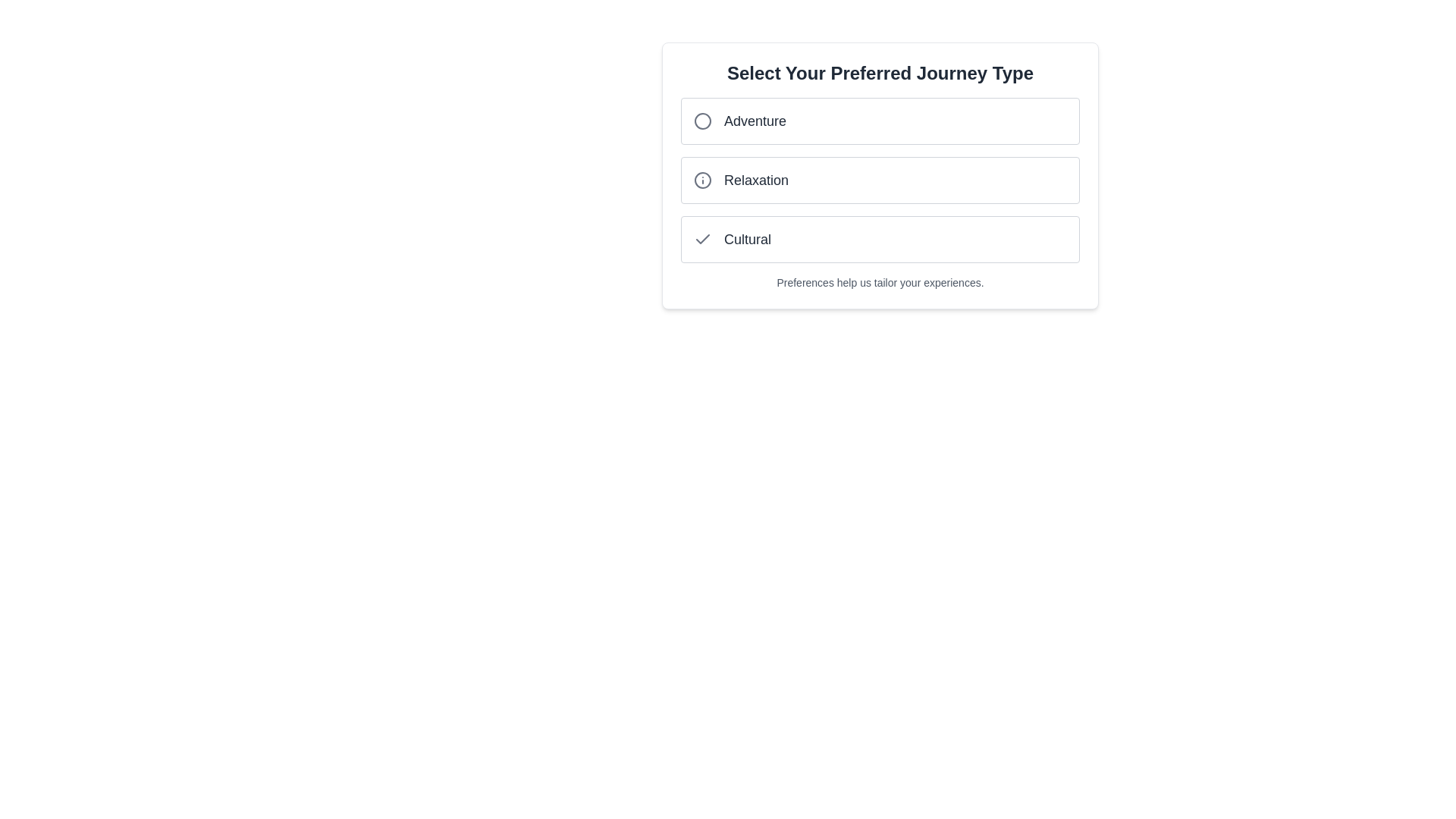 The image size is (1456, 819). I want to click on the Selector item for the Relaxation option in the preference selection menu, so click(880, 180).